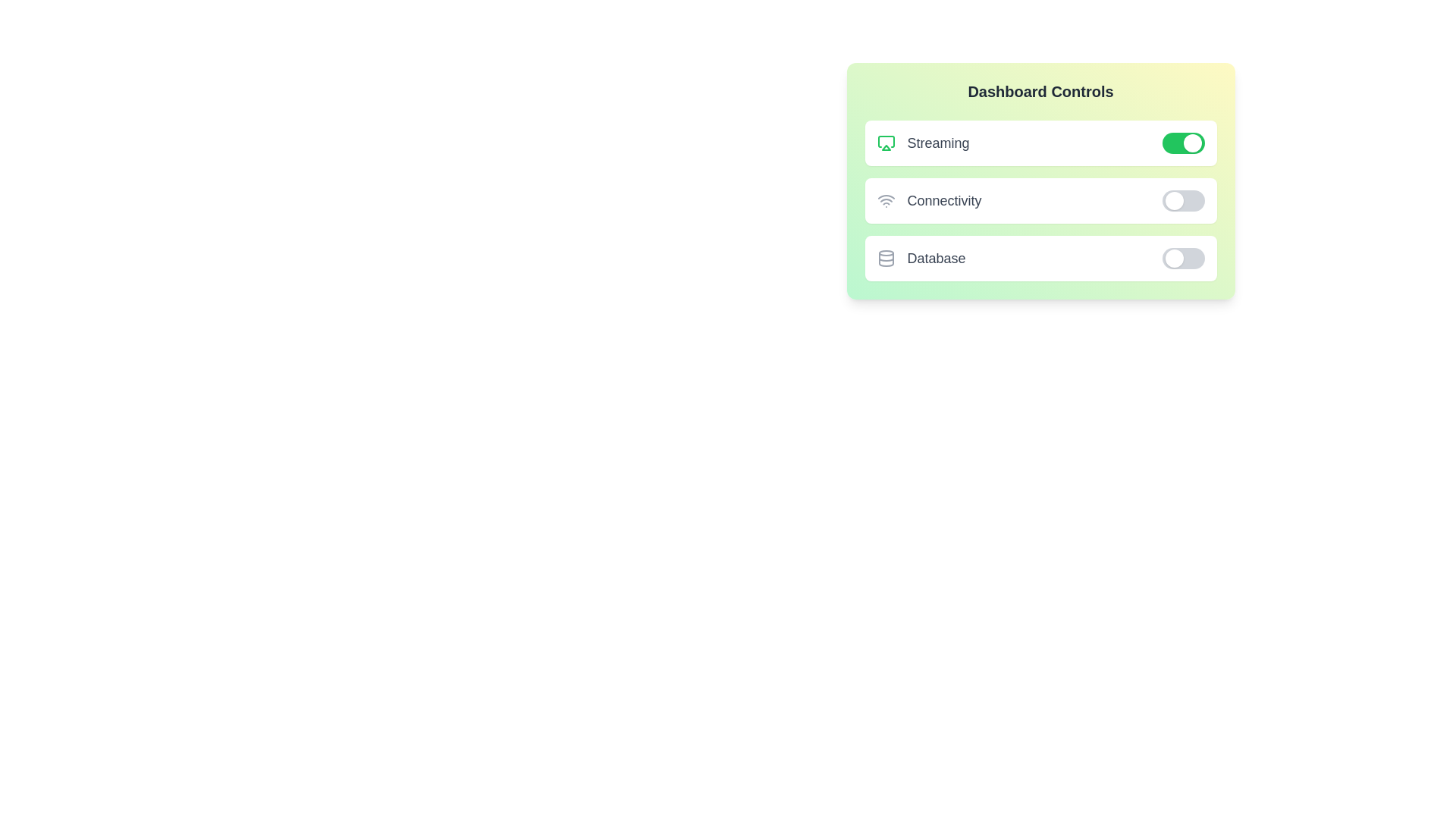  What do you see at coordinates (1182, 200) in the screenshot?
I see `the 'Connectivity' switch to toggle its state` at bounding box center [1182, 200].